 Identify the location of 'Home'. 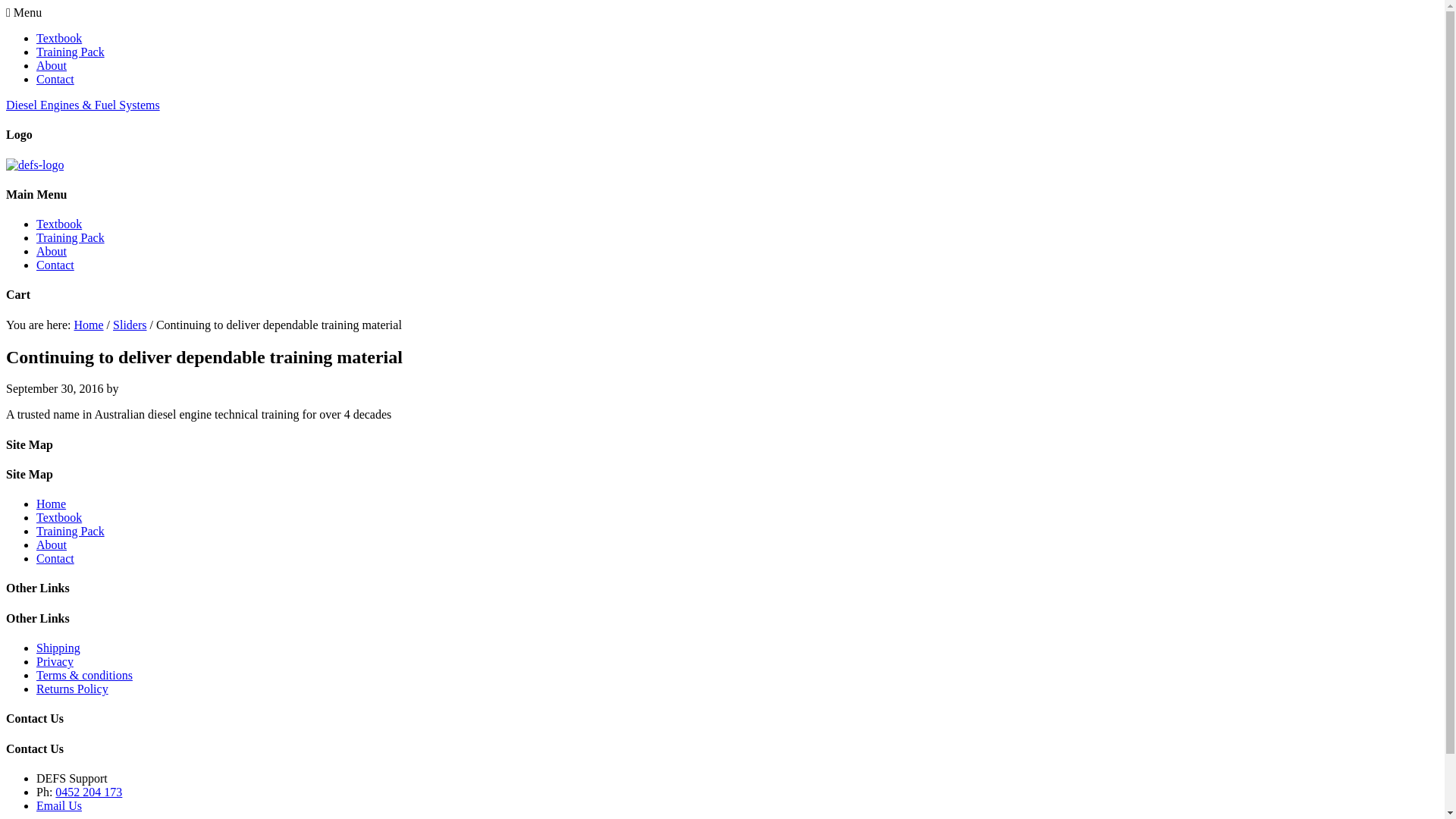
(72, 324).